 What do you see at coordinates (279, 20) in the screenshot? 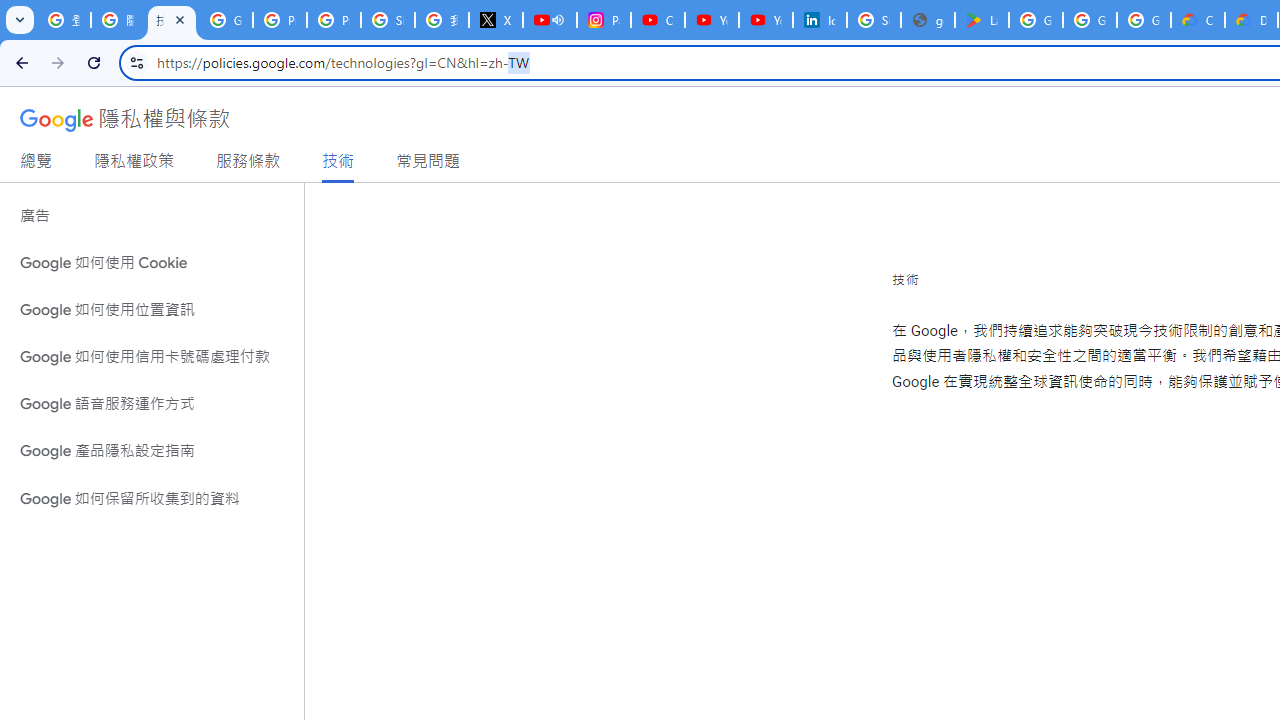
I see `'Privacy Help Center - Policies Help'` at bounding box center [279, 20].